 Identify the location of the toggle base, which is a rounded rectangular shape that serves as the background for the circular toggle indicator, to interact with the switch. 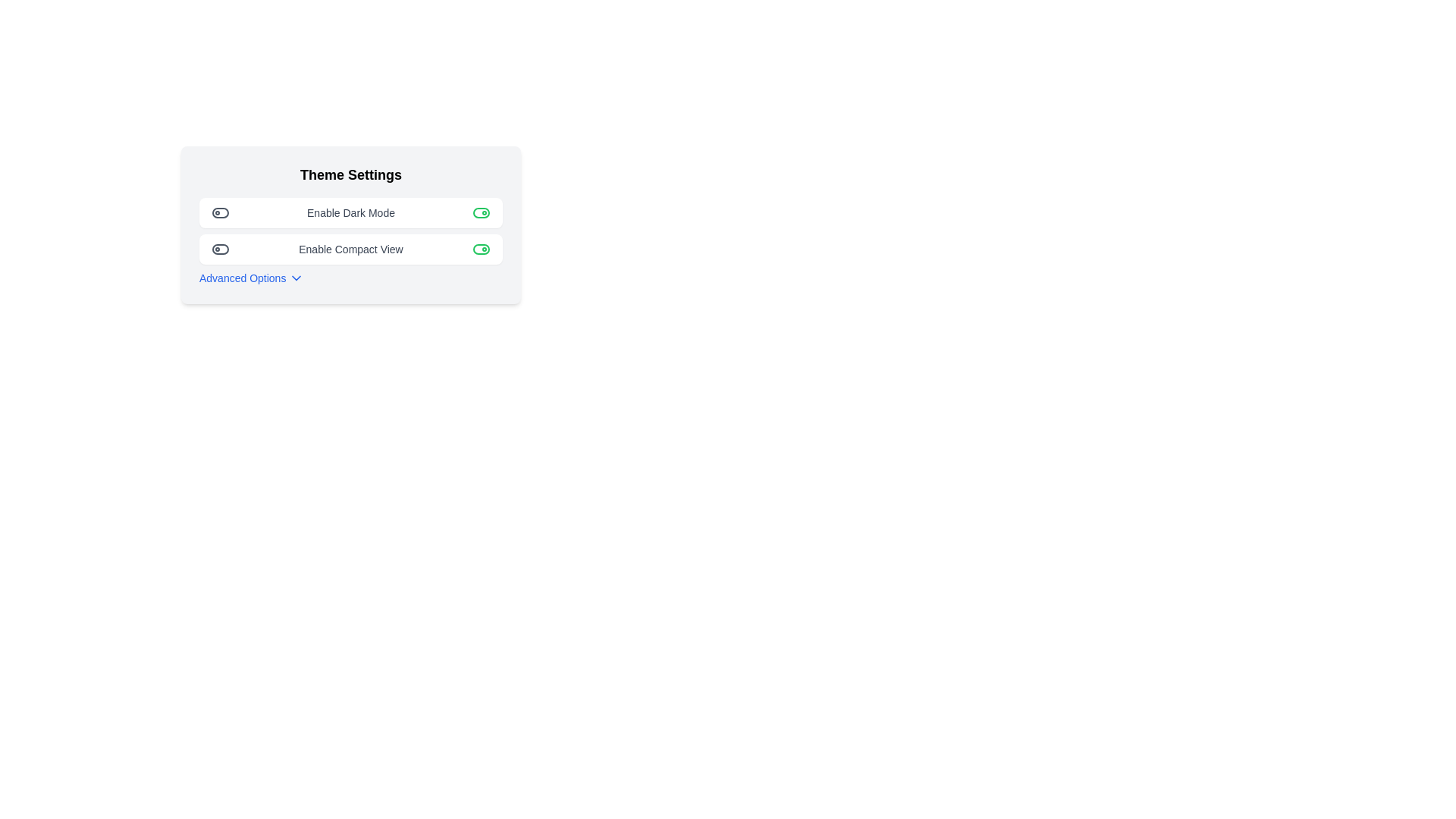
(220, 213).